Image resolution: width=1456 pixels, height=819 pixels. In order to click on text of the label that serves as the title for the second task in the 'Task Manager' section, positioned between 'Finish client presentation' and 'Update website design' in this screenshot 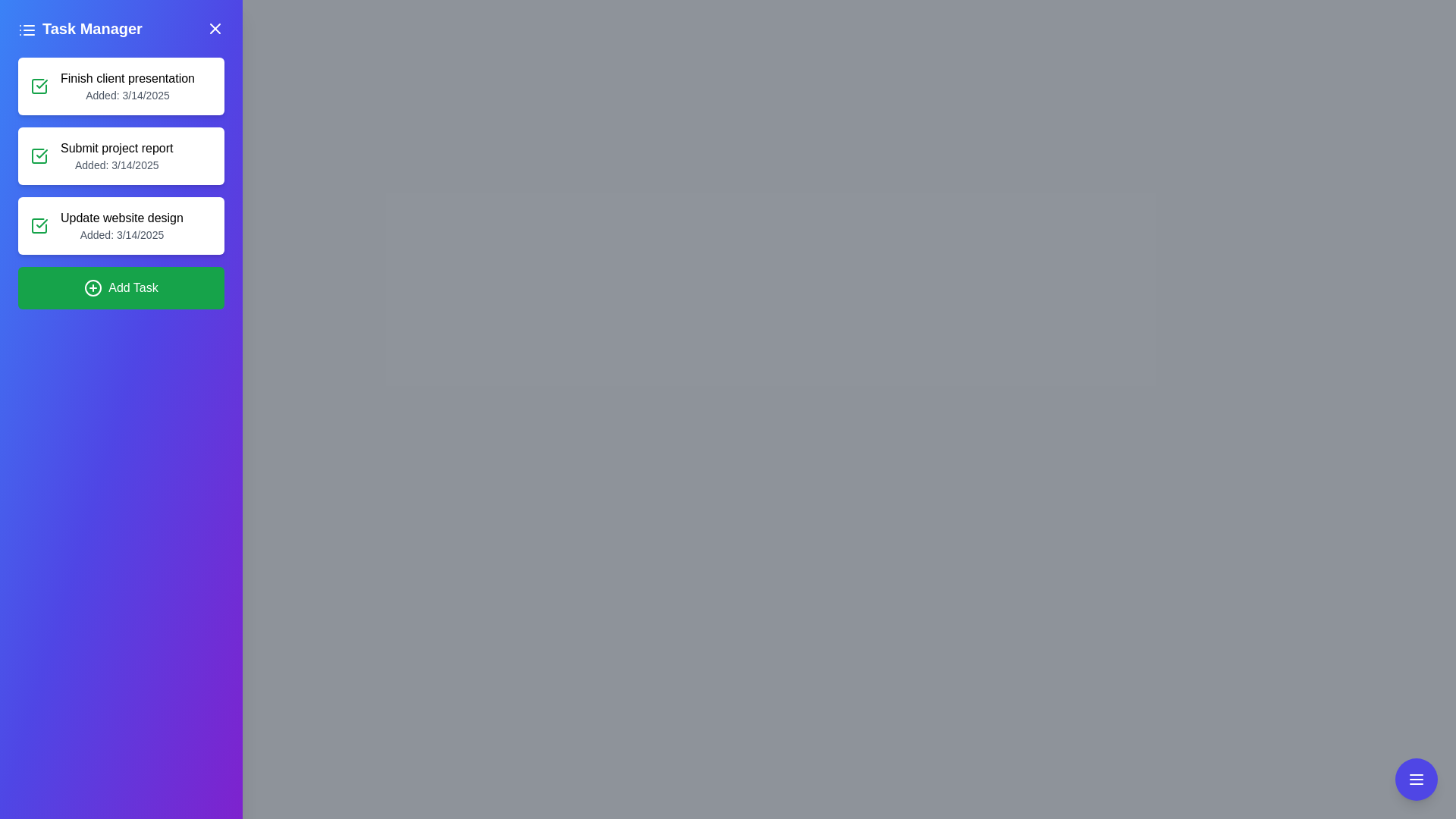, I will do `click(116, 149)`.